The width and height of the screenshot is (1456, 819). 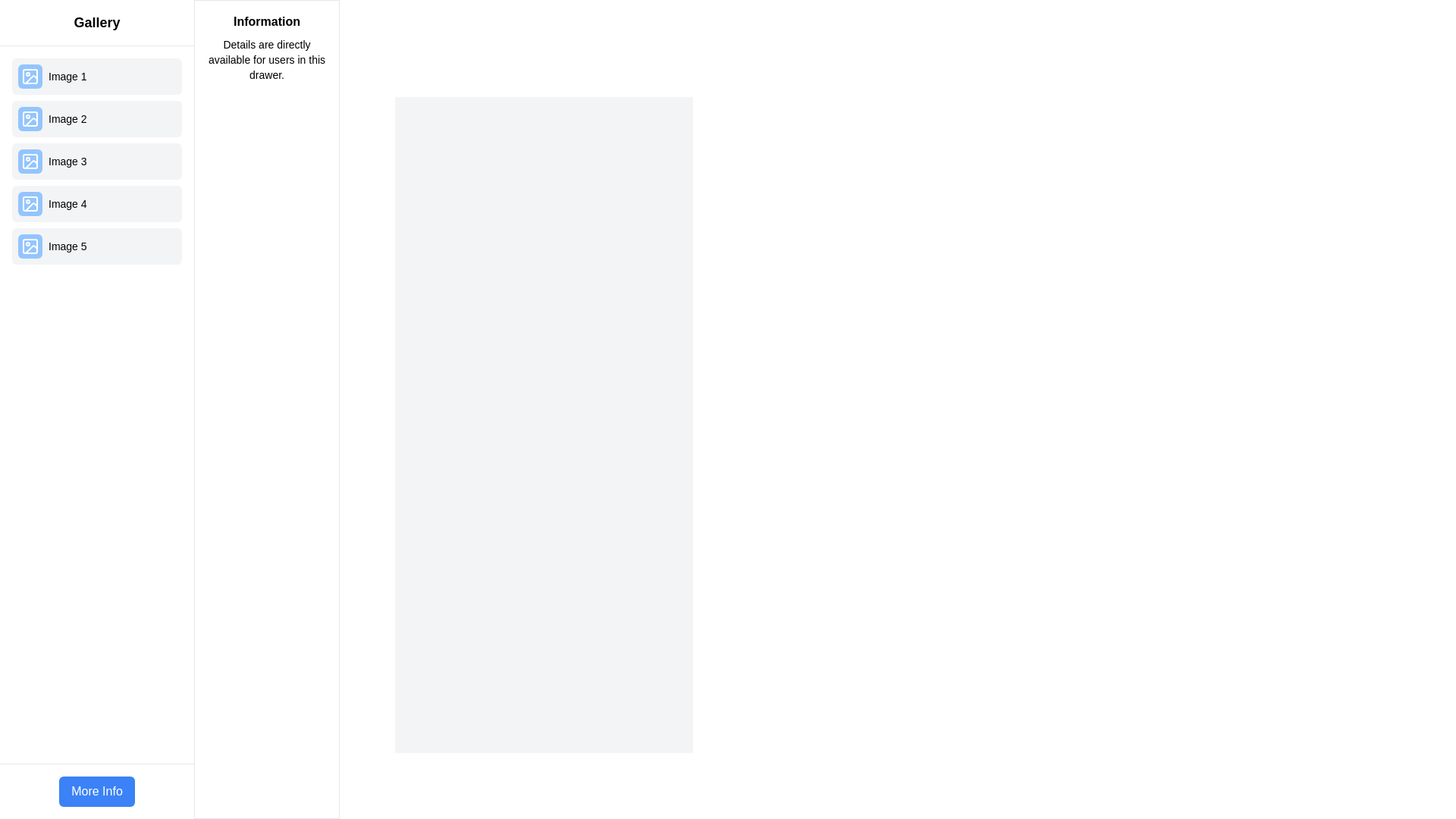 What do you see at coordinates (67, 245) in the screenshot?
I see `the text label displaying 'Image 5', which is located in the 'Gallery' section beneath a blue square icon representing an image, and is the fifth item in the list` at bounding box center [67, 245].